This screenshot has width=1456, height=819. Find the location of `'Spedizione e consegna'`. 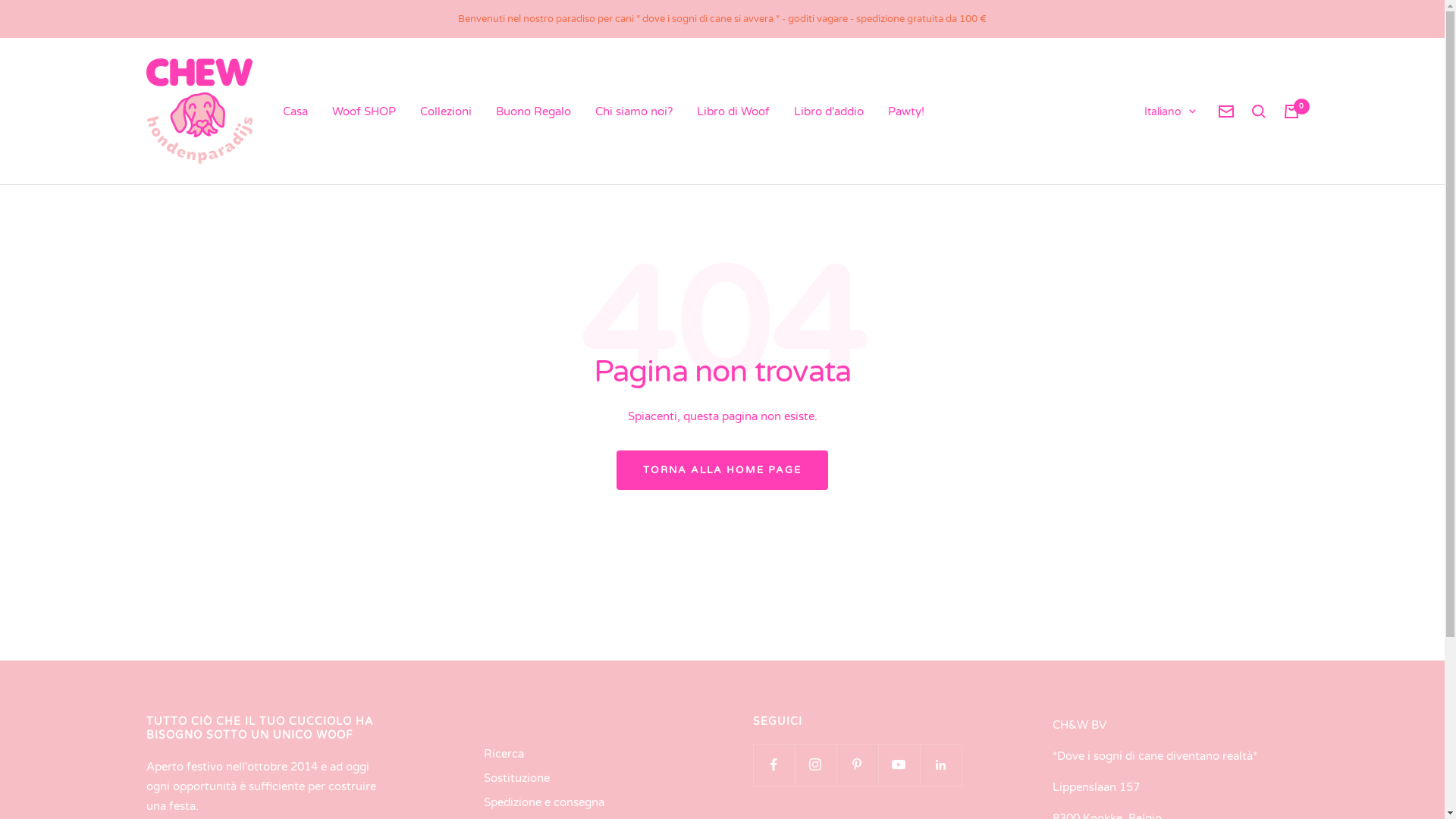

'Spedizione e consegna' is located at coordinates (544, 801).